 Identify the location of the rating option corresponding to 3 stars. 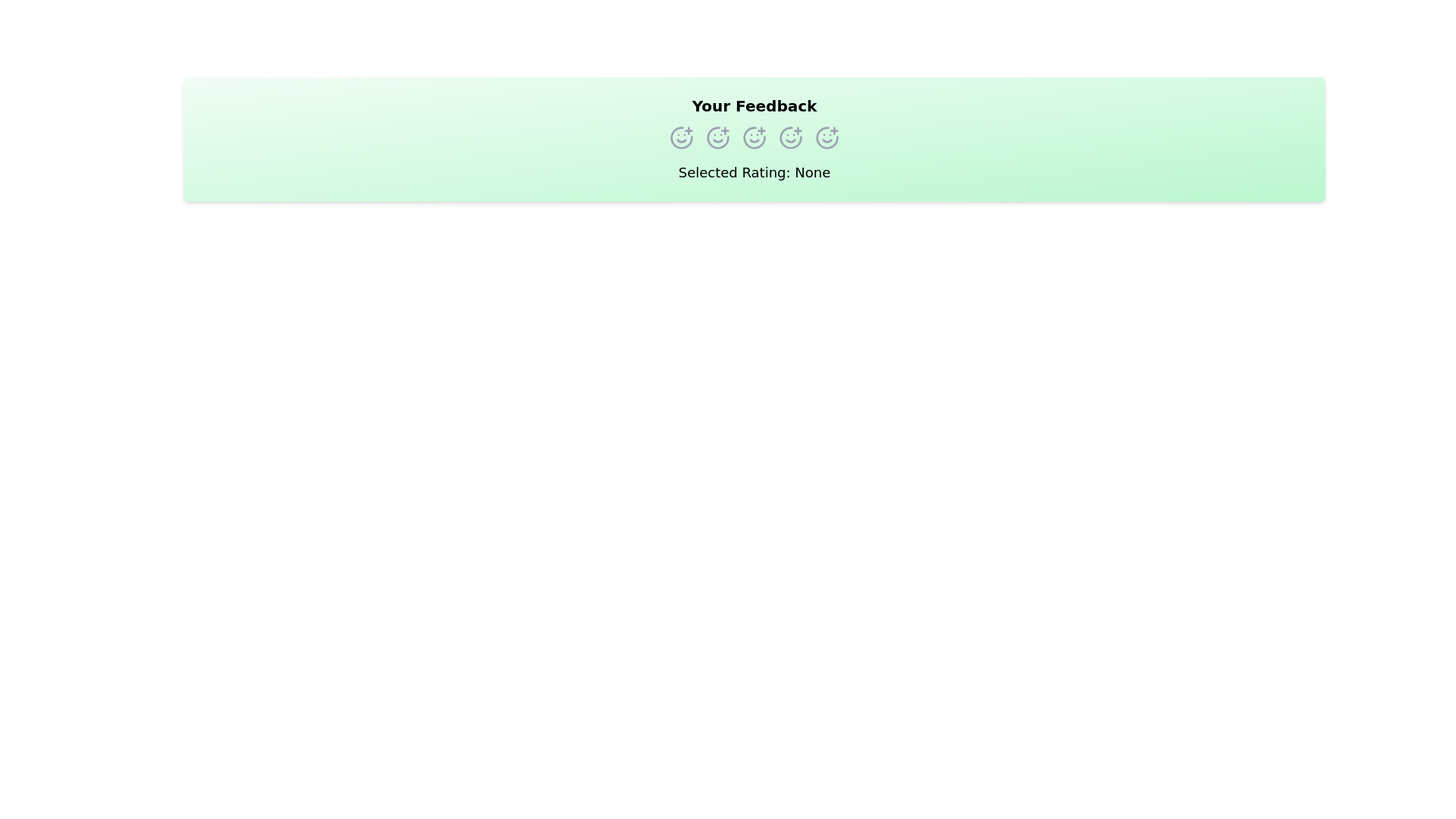
(754, 137).